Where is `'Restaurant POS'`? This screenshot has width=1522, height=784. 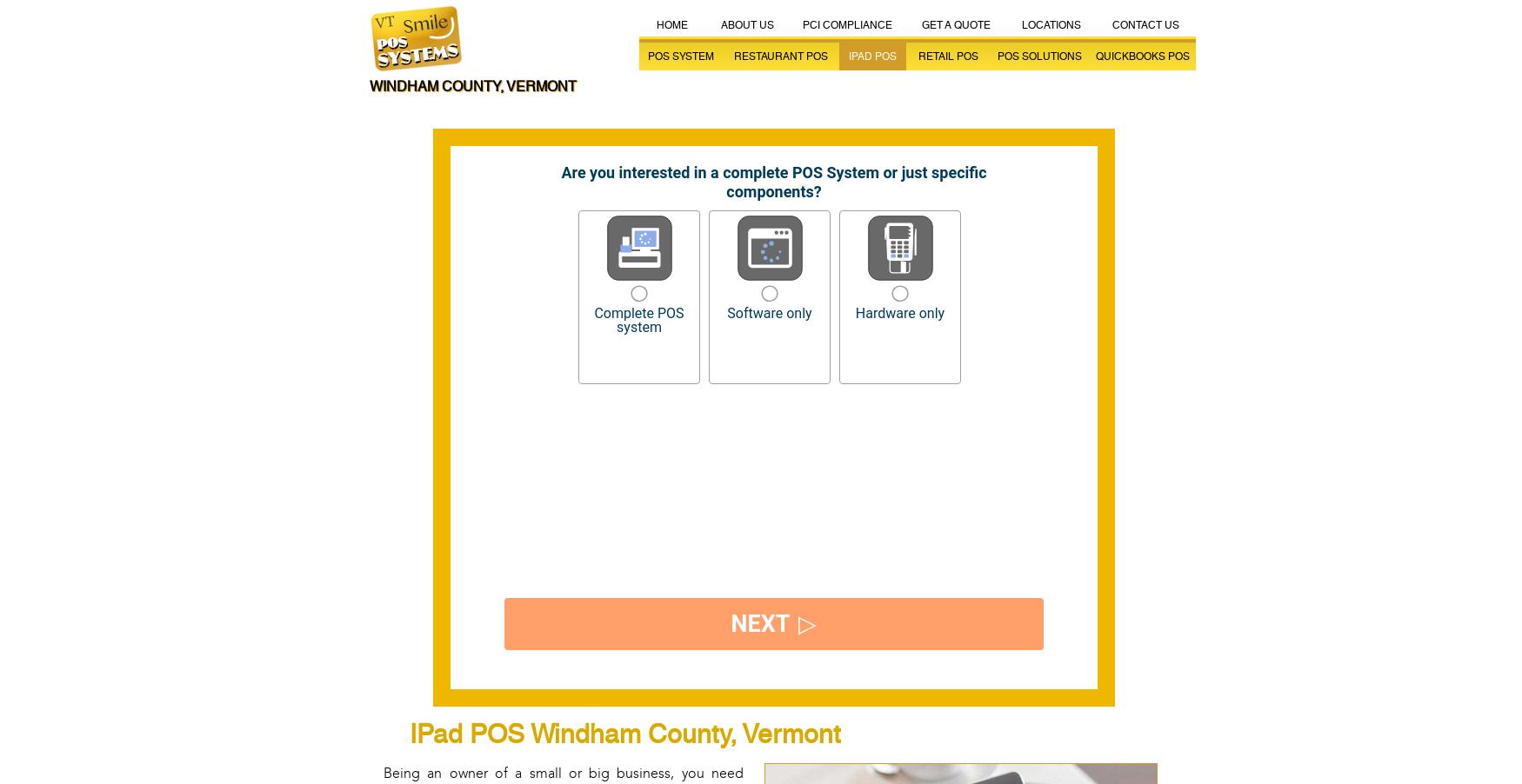 'Restaurant POS' is located at coordinates (779, 56).